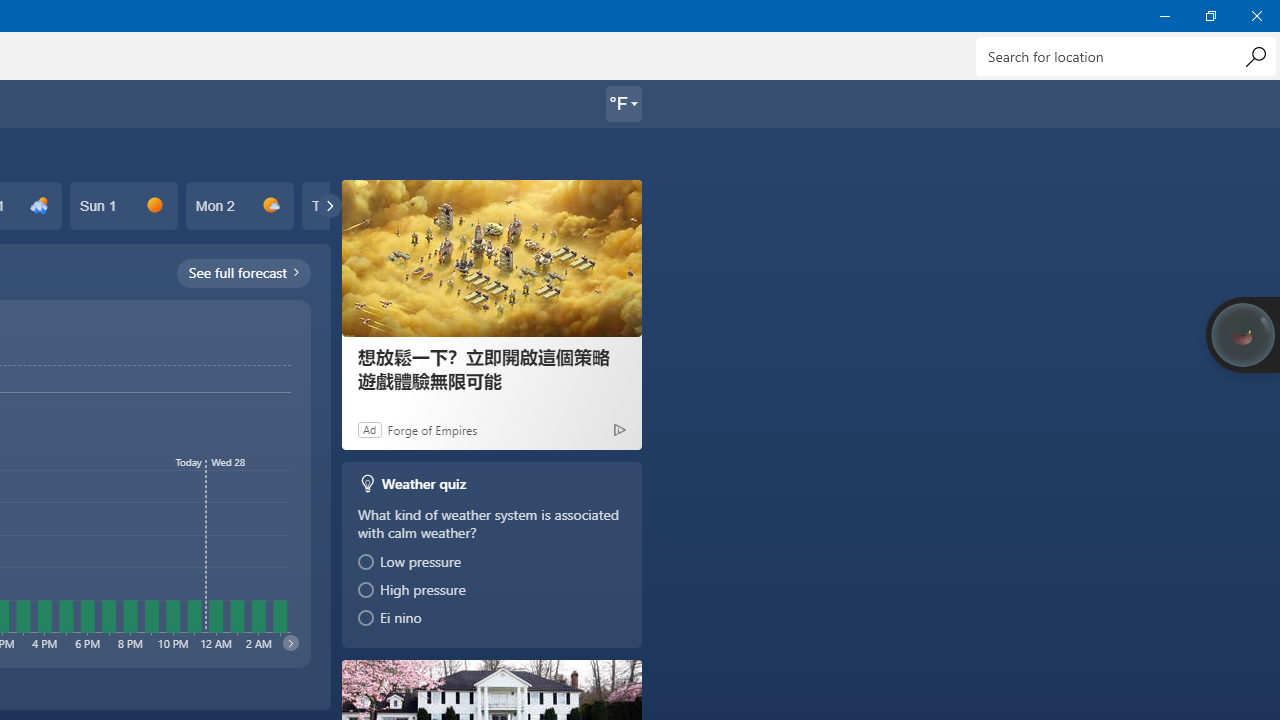 This screenshot has width=1280, height=720. Describe the element at coordinates (1125, 55) in the screenshot. I see `'Search for location'` at that location.